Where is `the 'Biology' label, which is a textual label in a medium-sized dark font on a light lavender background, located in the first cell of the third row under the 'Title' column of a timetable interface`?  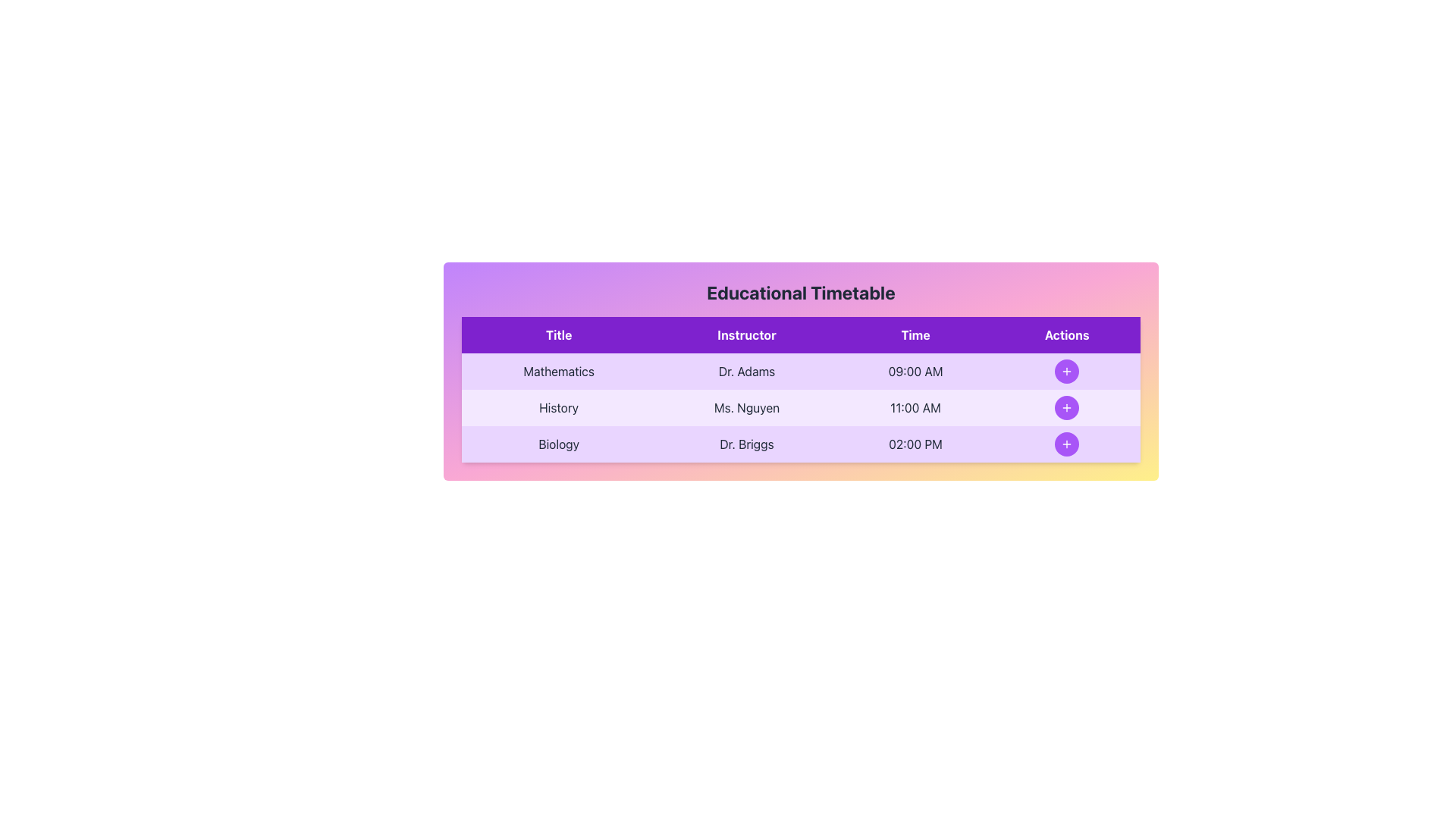
the 'Biology' label, which is a textual label in a medium-sized dark font on a light lavender background, located in the first cell of the third row under the 'Title' column of a timetable interface is located at coordinates (558, 444).